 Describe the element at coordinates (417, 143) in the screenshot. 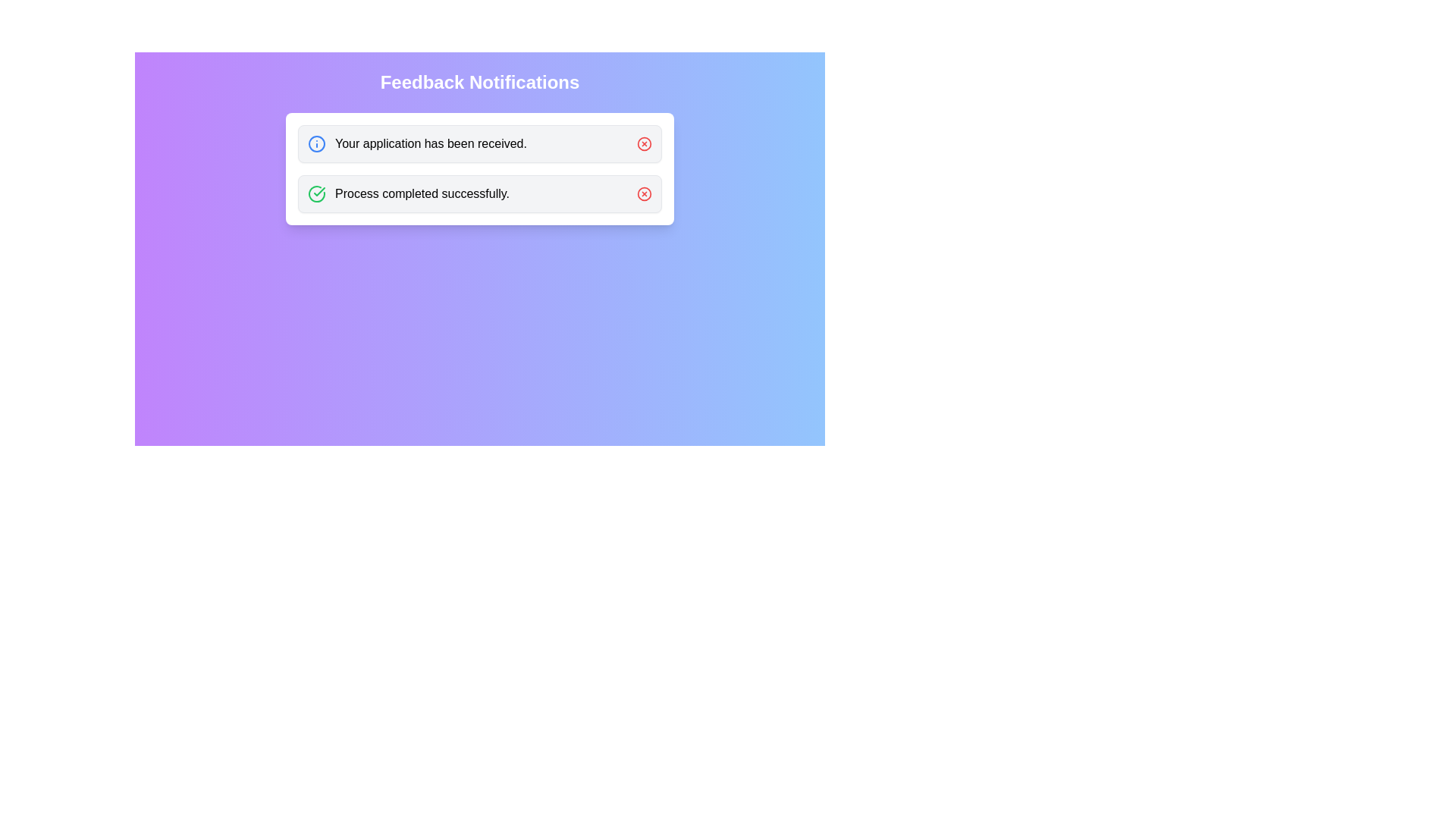

I see `informational message displayed in the Text with Icon element located above the message 'Process completed successfully.'` at that location.